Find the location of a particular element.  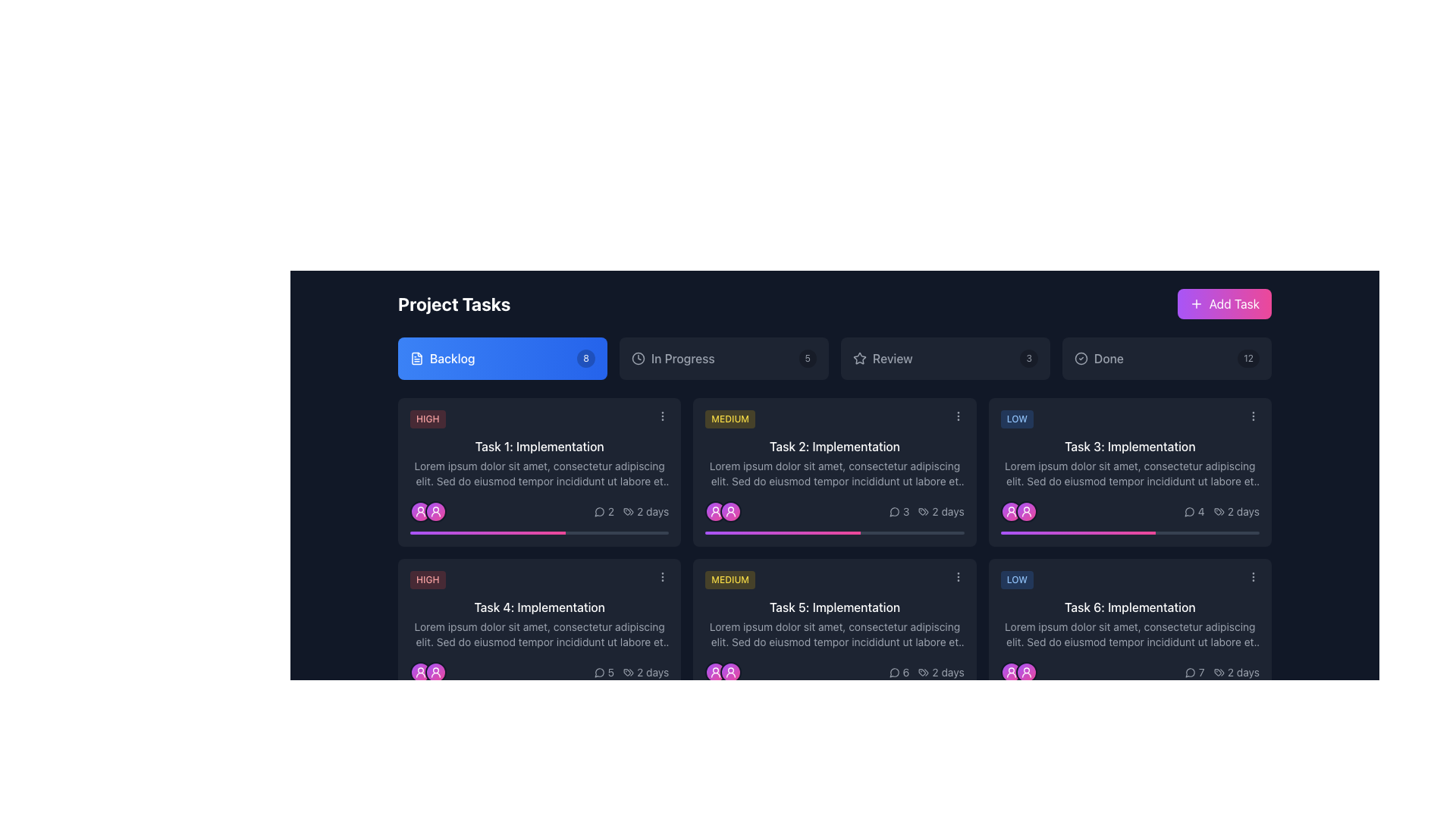

the comments or messages icon located in the 'Task 2: Implementation' card under the 'In Progress' section, which is positioned next to the numeric label '3' is located at coordinates (894, 512).